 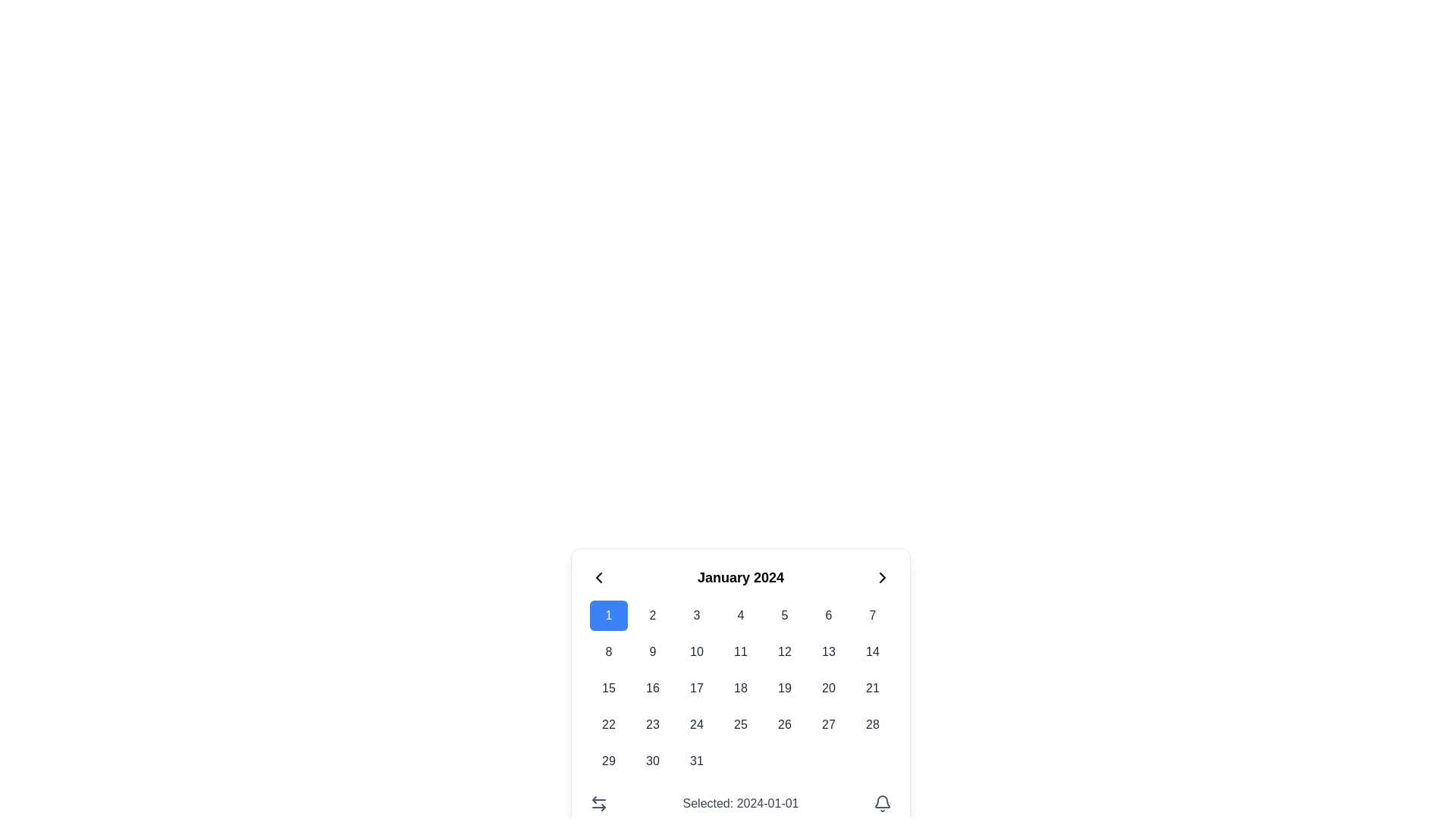 I want to click on the Calendar day button for January 16th, 2024, so click(x=652, y=688).